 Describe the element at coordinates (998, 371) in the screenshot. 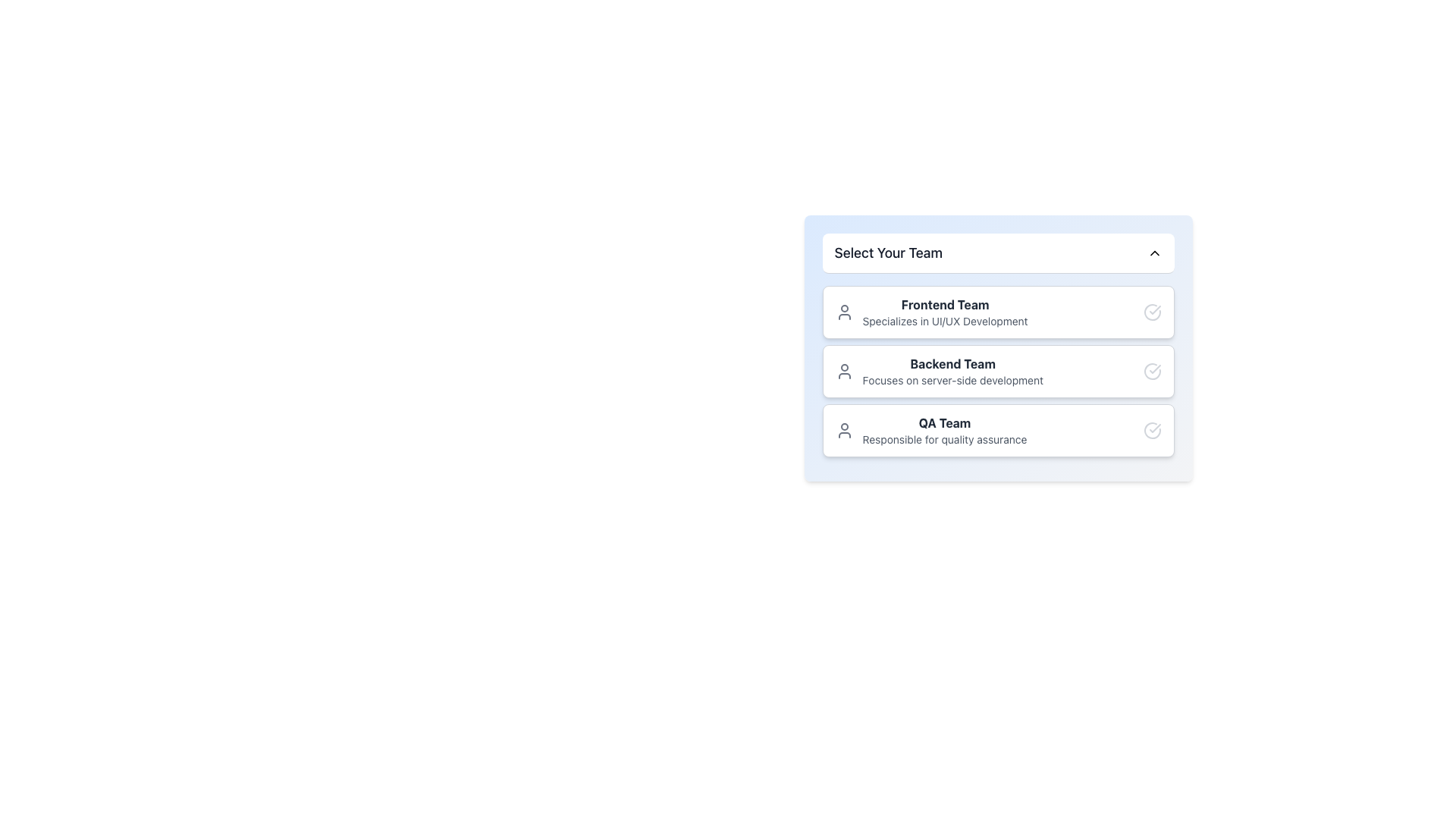

I see `the 'Backend Team' option in the team selection panel` at that location.